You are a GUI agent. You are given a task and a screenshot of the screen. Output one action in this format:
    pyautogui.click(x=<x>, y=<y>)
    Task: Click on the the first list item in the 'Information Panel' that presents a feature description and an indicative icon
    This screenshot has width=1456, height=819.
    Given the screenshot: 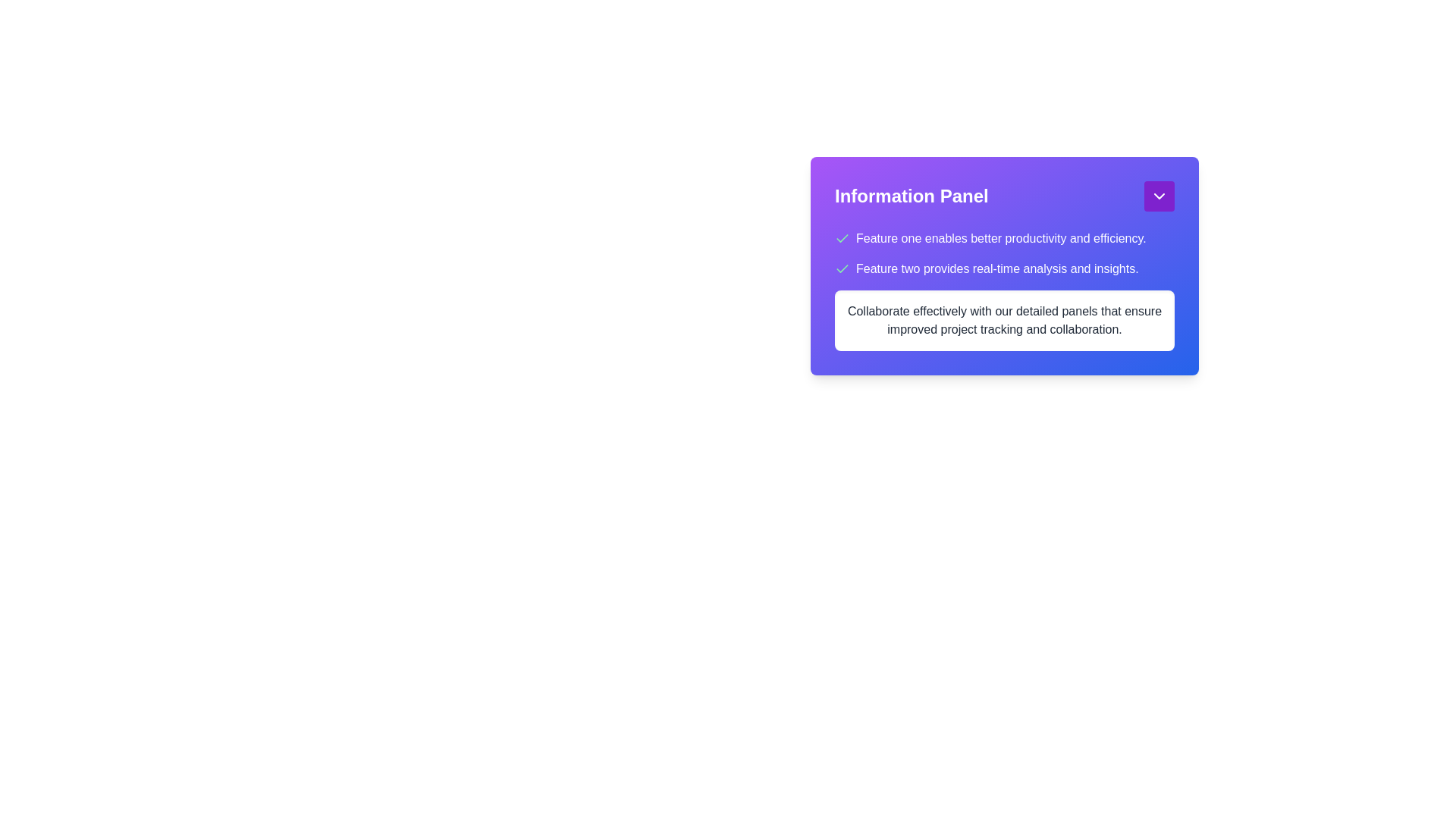 What is the action you would take?
    pyautogui.click(x=1004, y=239)
    